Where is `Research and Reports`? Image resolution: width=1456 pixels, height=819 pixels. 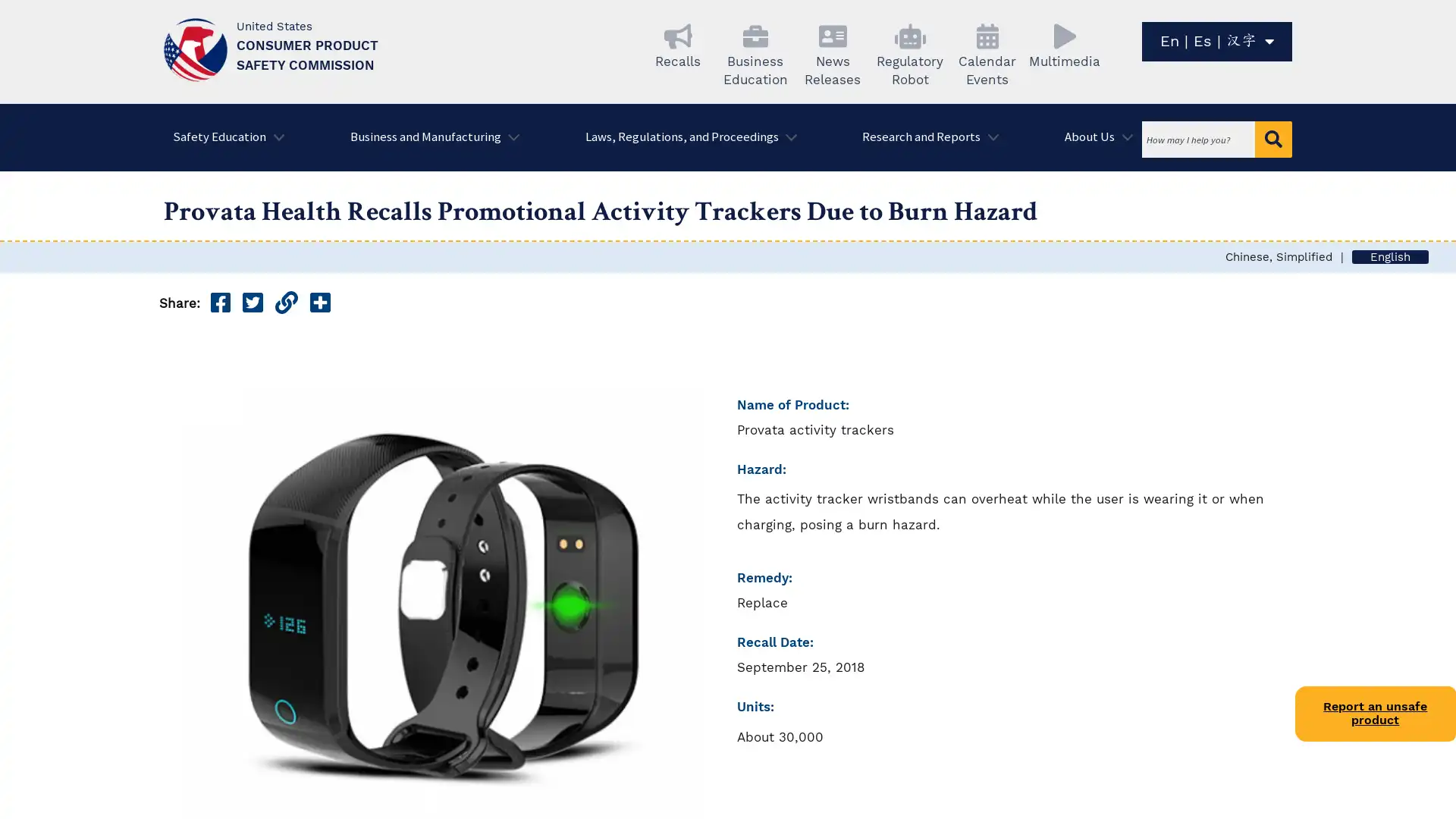
Research and Reports is located at coordinates (924, 137).